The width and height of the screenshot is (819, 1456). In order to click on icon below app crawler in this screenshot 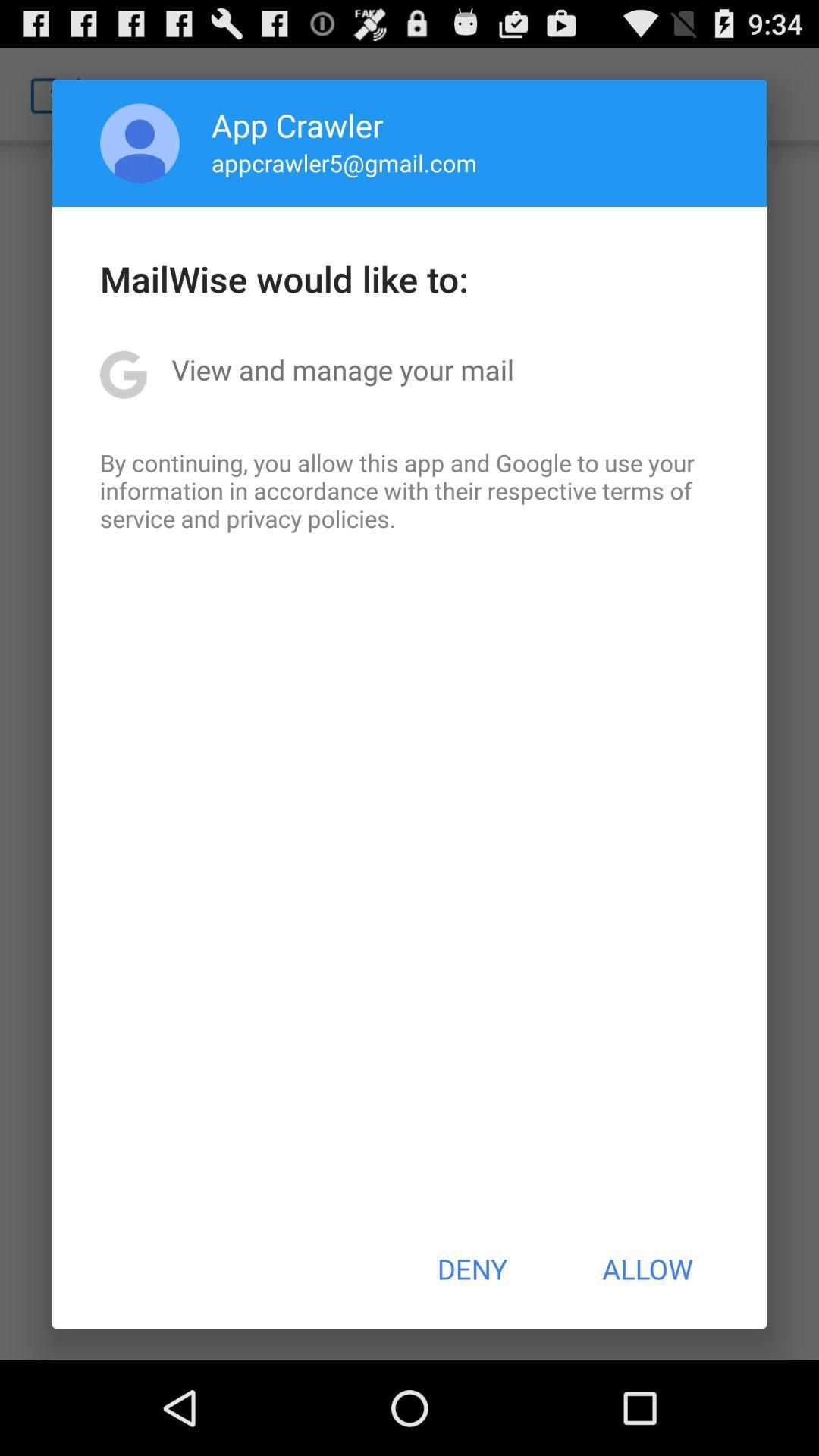, I will do `click(344, 162)`.